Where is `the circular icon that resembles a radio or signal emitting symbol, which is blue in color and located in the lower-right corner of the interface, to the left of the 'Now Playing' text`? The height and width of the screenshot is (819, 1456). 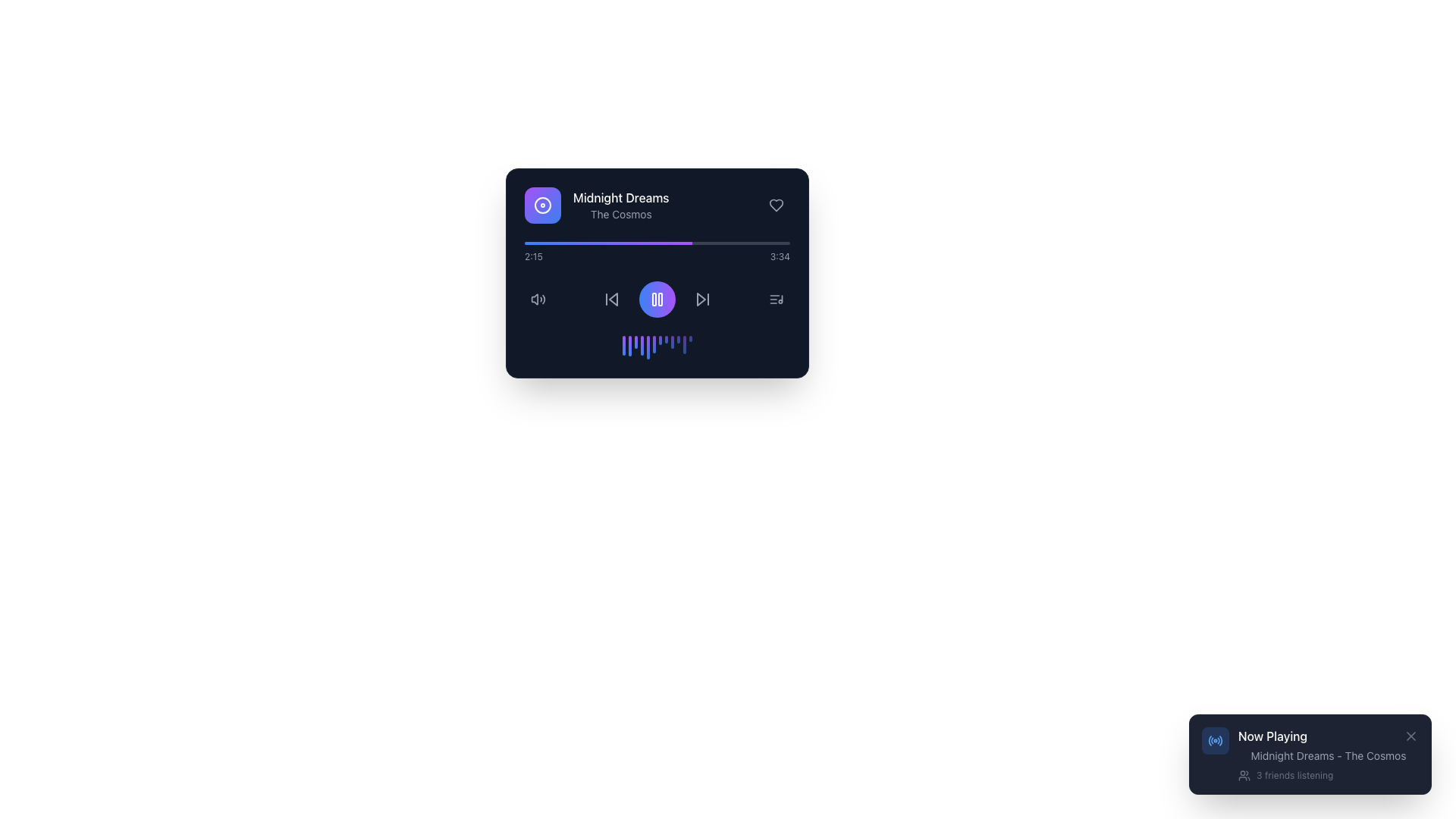
the circular icon that resembles a radio or signal emitting symbol, which is blue in color and located in the lower-right corner of the interface, to the left of the 'Now Playing' text is located at coordinates (1216, 739).